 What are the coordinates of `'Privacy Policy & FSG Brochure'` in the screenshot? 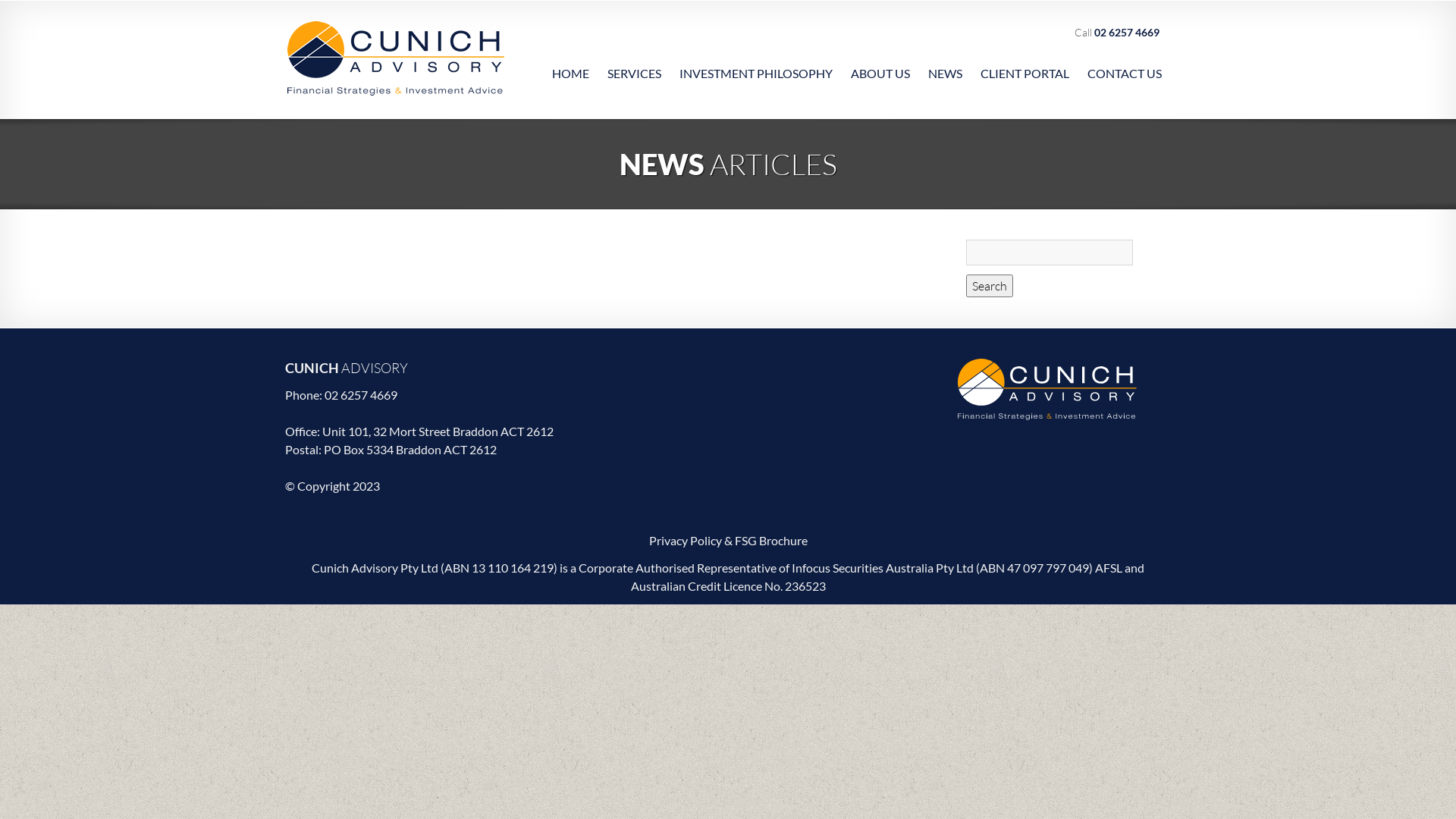 It's located at (728, 539).